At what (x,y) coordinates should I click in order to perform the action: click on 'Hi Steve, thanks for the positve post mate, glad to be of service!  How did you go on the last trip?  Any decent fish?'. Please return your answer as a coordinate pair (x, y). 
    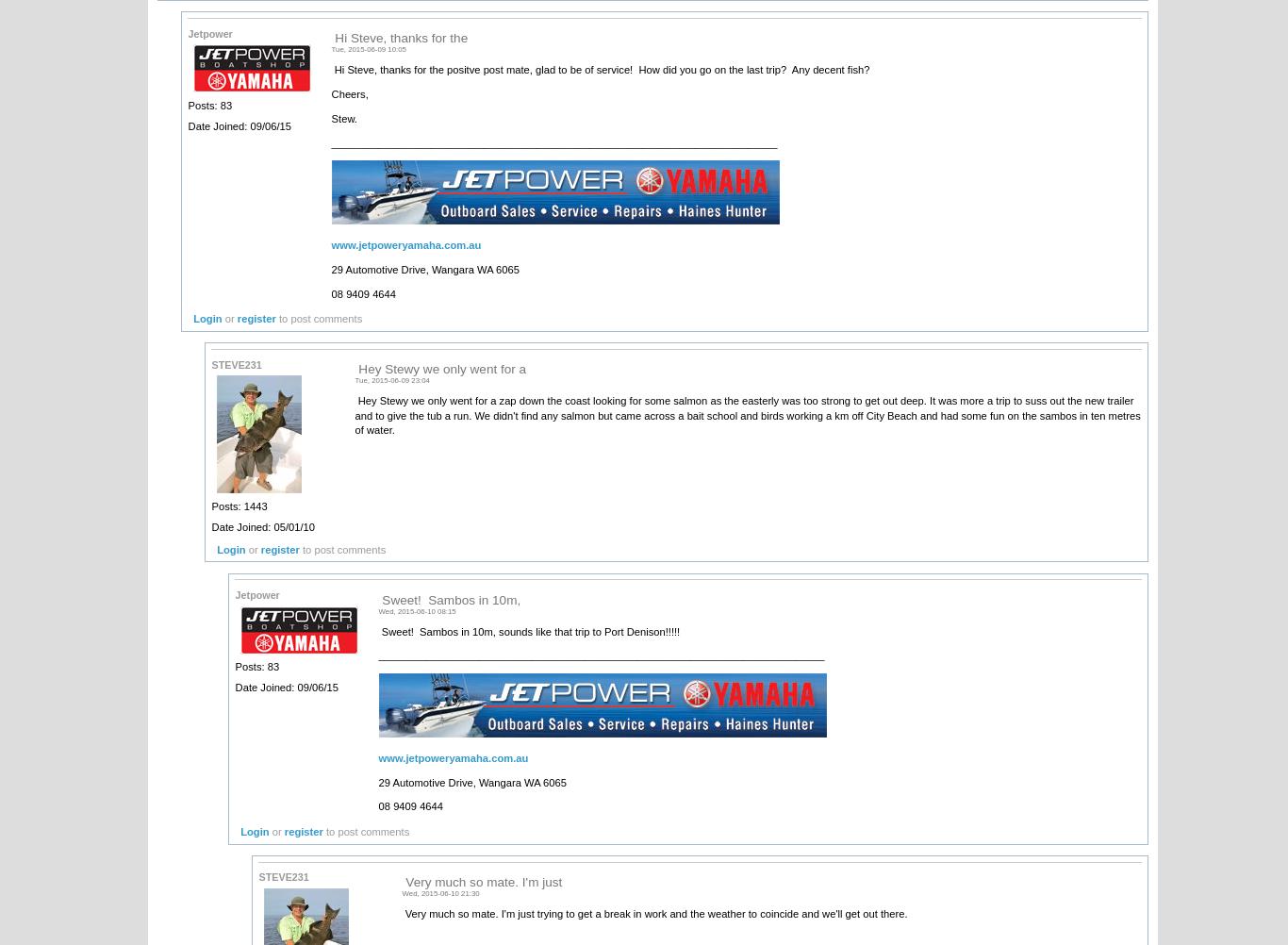
    Looking at the image, I should click on (602, 70).